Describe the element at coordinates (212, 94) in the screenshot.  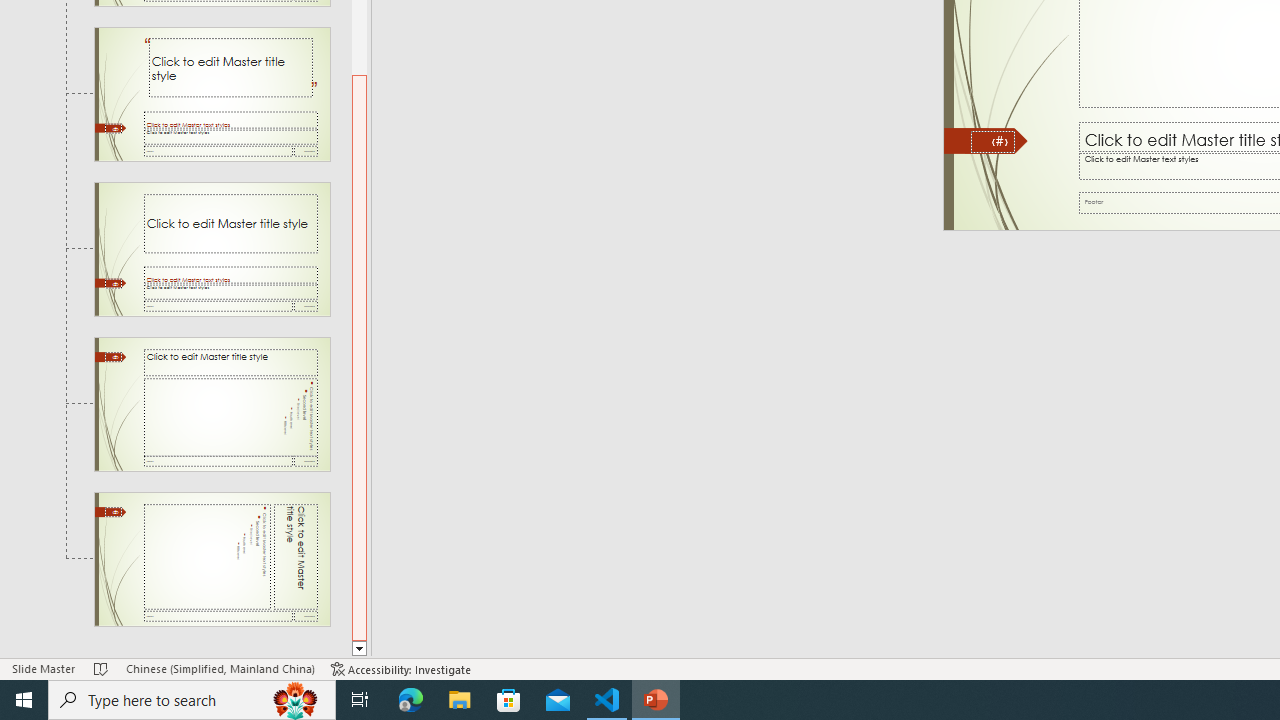
I see `'Slide Quote Name Card Layout: used by no slides'` at that location.